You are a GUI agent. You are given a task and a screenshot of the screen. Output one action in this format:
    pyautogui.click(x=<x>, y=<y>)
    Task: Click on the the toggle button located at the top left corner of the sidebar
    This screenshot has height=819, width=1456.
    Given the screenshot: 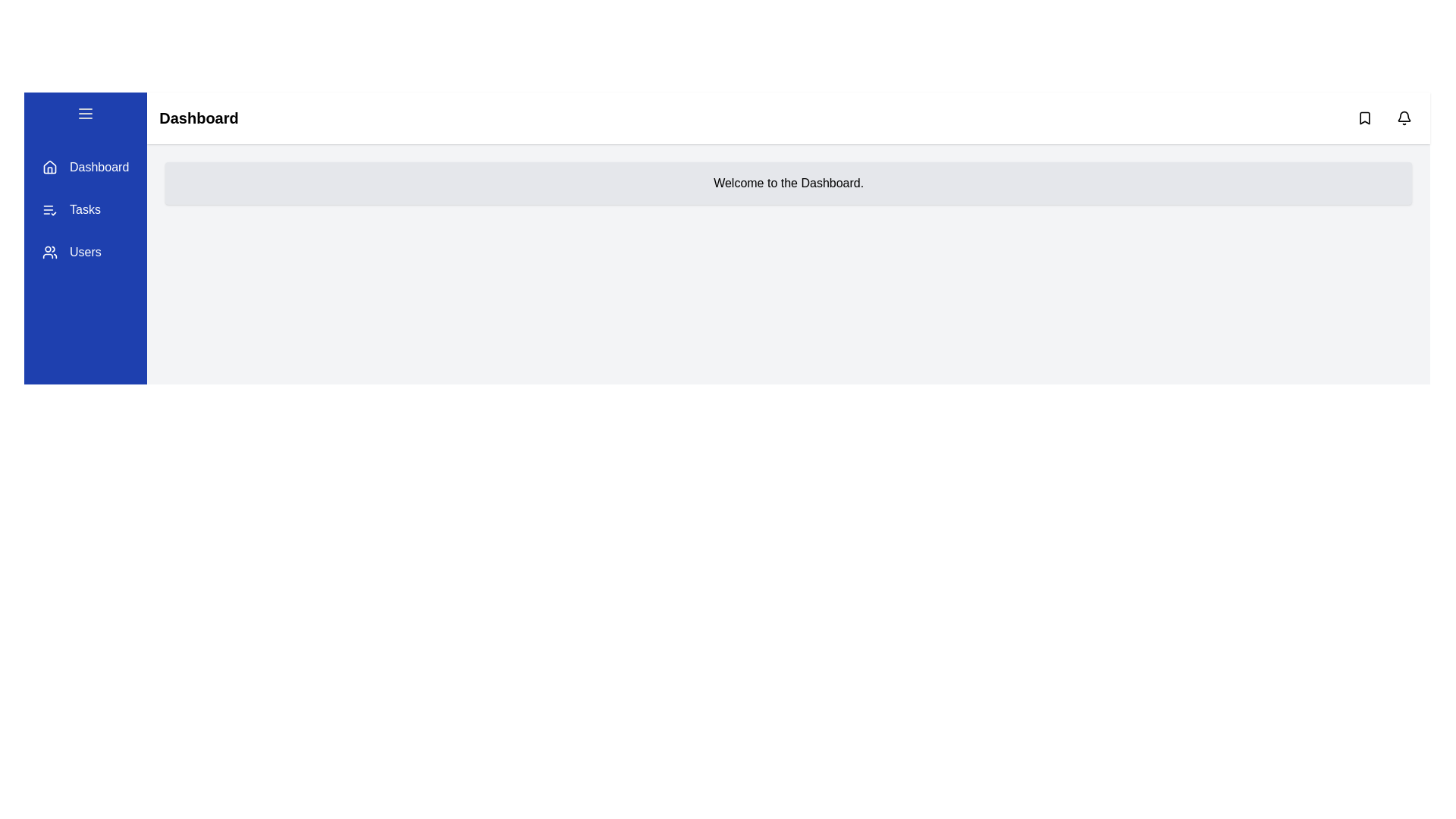 What is the action you would take?
    pyautogui.click(x=85, y=115)
    